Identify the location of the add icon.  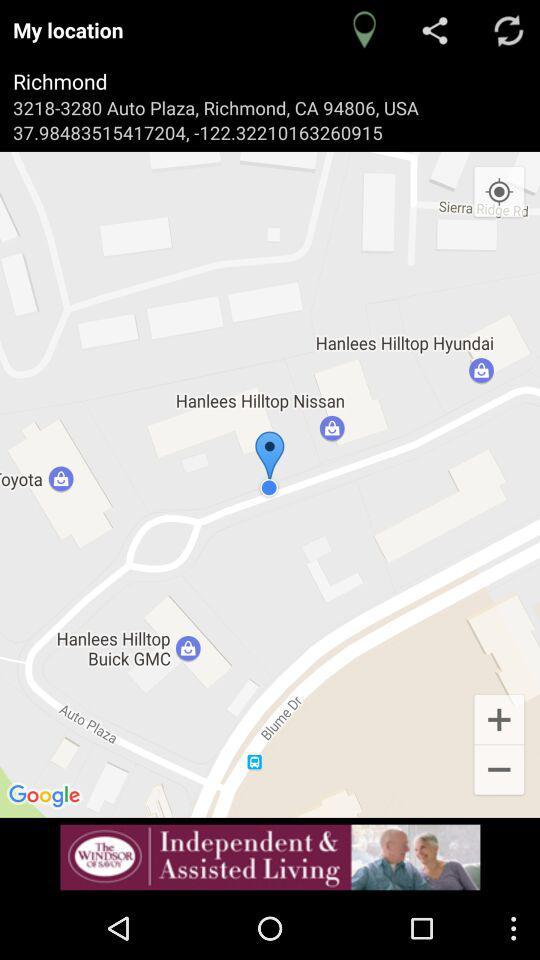
(498, 768).